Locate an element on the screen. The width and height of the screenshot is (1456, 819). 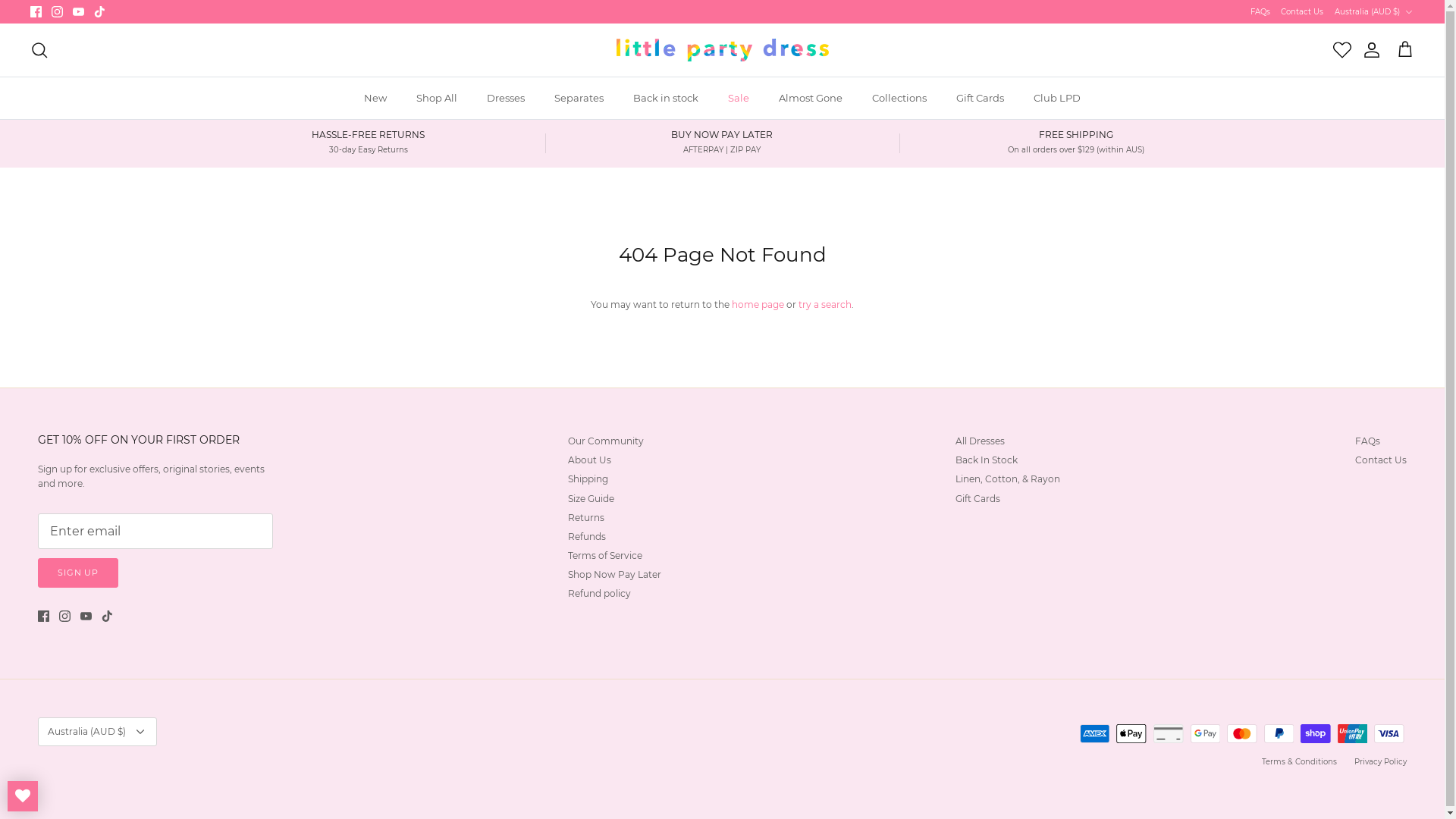
'Gift Cards' is located at coordinates (980, 99).